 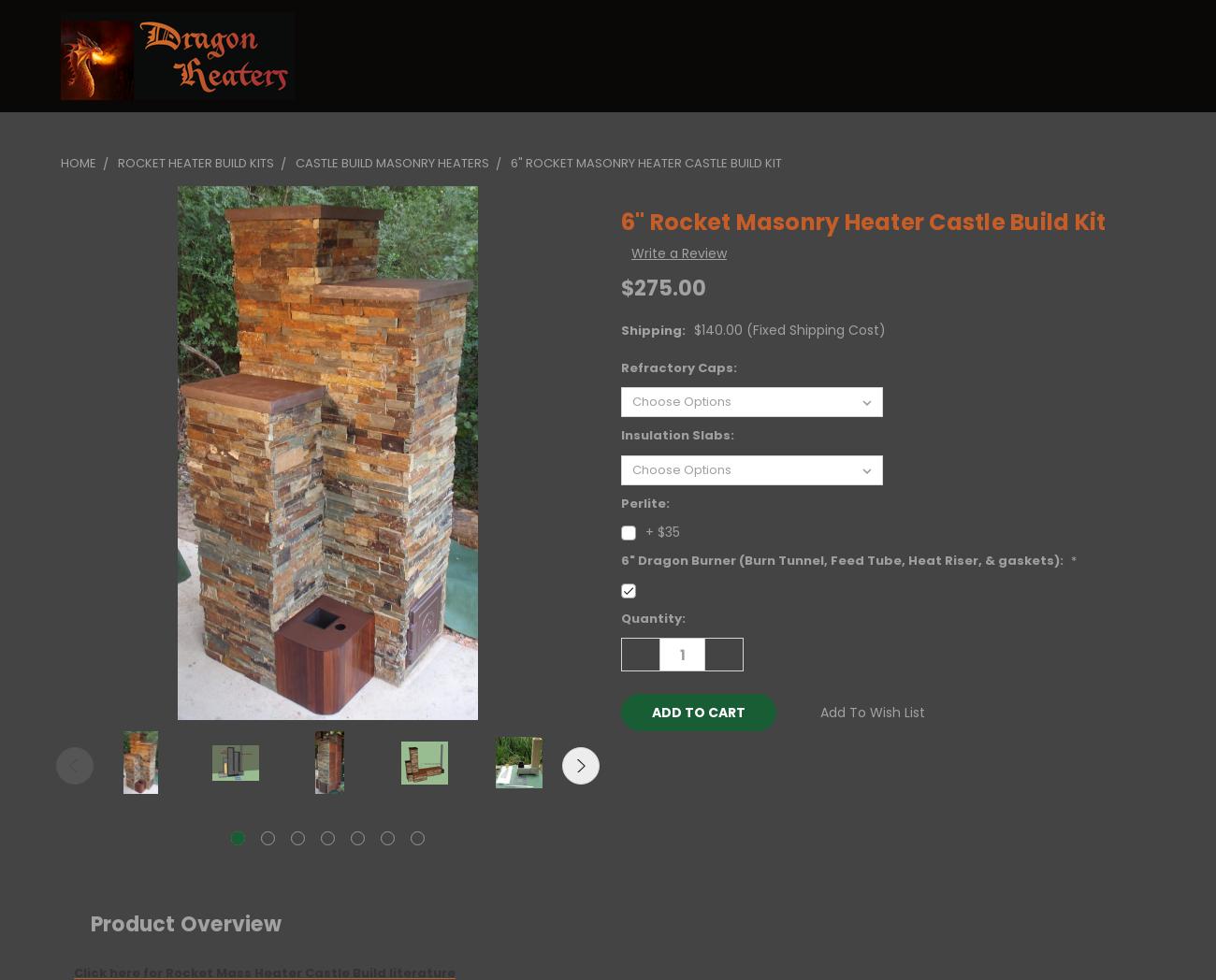 I want to click on 'Customers Also Viewed', so click(x=669, y=673).